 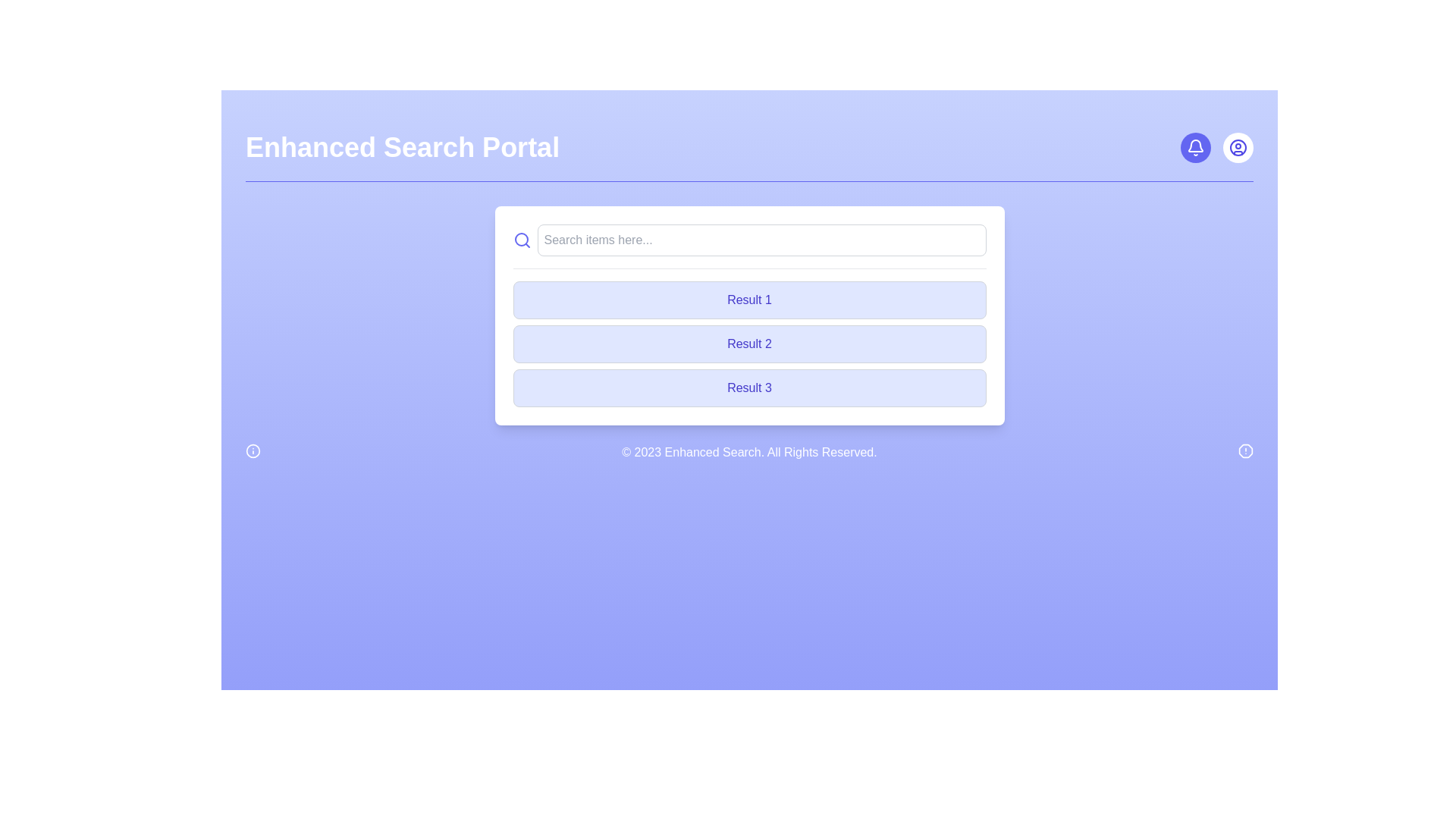 What do you see at coordinates (403, 148) in the screenshot?
I see `the title label located in the top-left corner of the application, which serves as the main identifier for the portal` at bounding box center [403, 148].